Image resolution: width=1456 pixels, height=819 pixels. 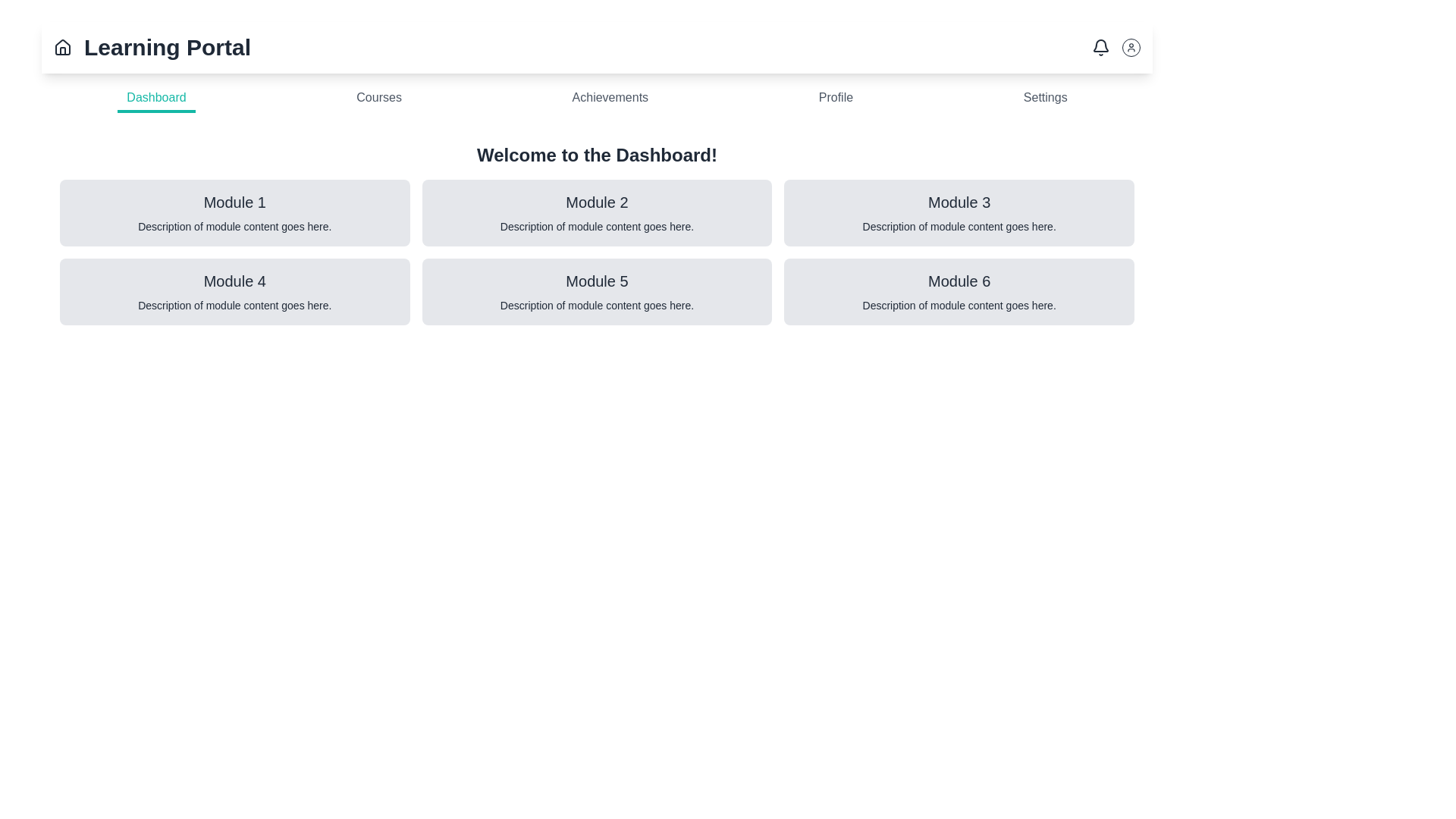 I want to click on the interactive card located at the bottom-right corner of the grid, specifically the third module in the second row, so click(x=959, y=292).